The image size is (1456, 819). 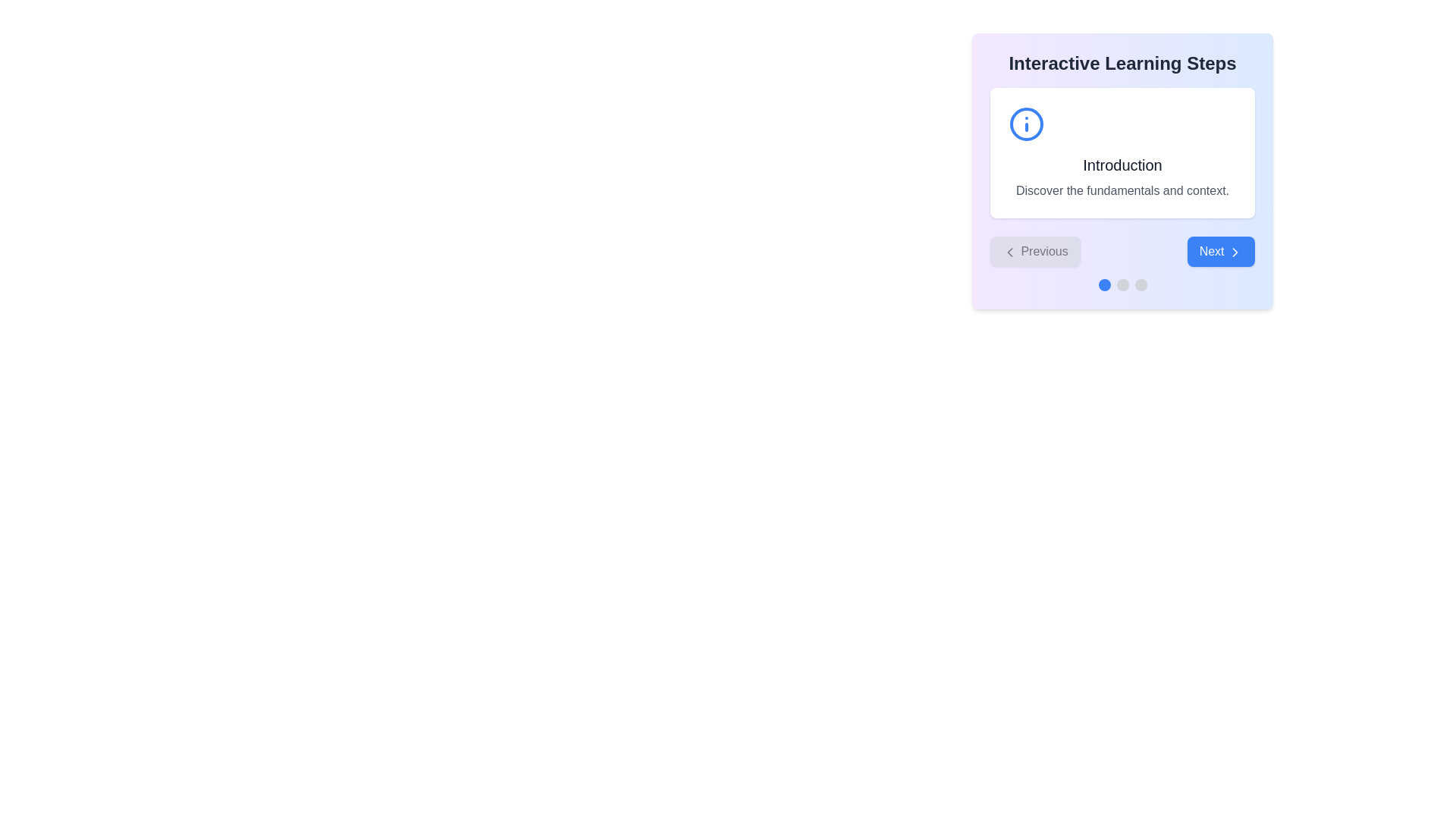 What do you see at coordinates (1122, 190) in the screenshot?
I see `the informational Text label located beneath the header text 'Introduction' in the card interface` at bounding box center [1122, 190].